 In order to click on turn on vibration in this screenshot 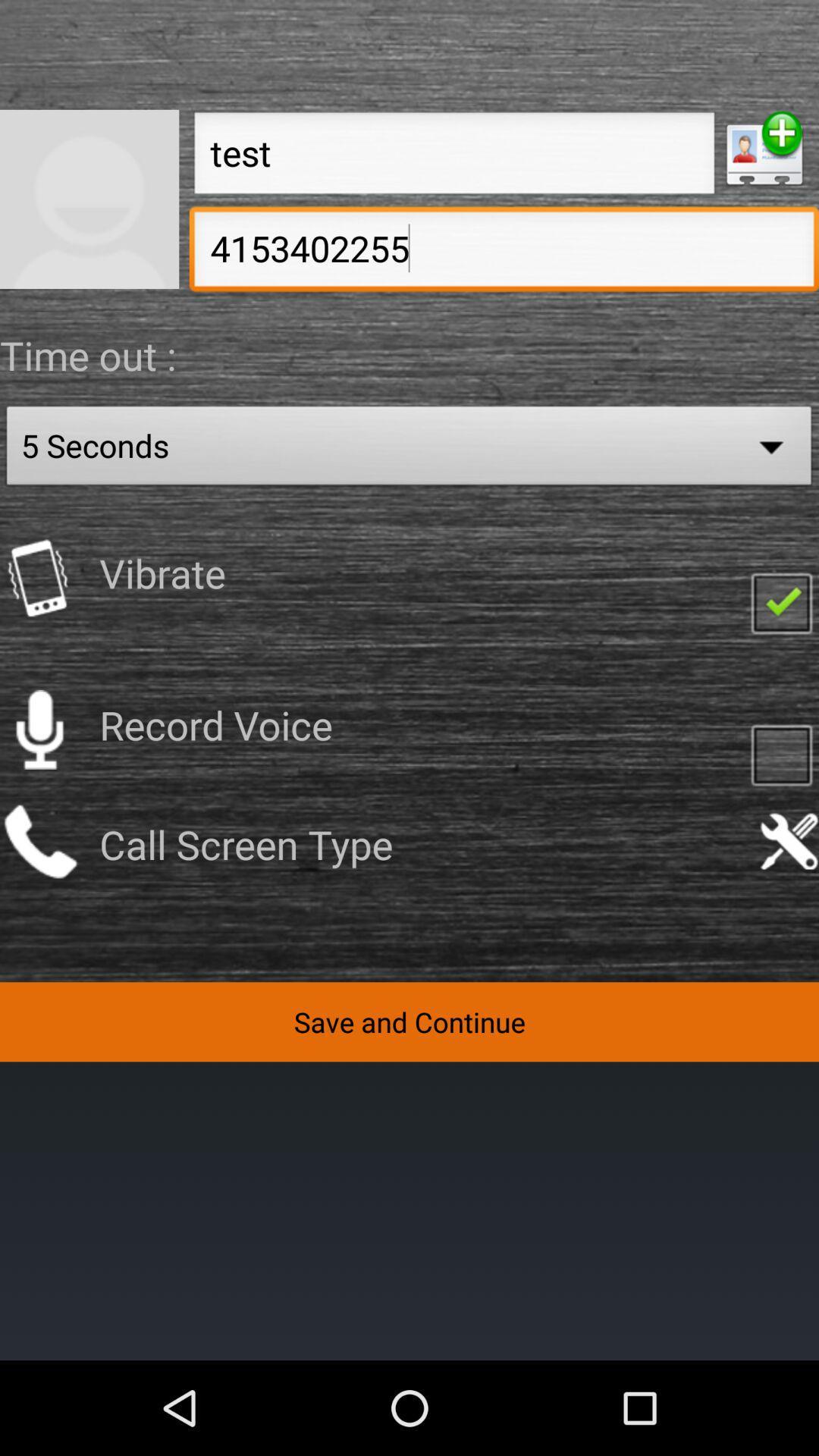, I will do `click(781, 601)`.